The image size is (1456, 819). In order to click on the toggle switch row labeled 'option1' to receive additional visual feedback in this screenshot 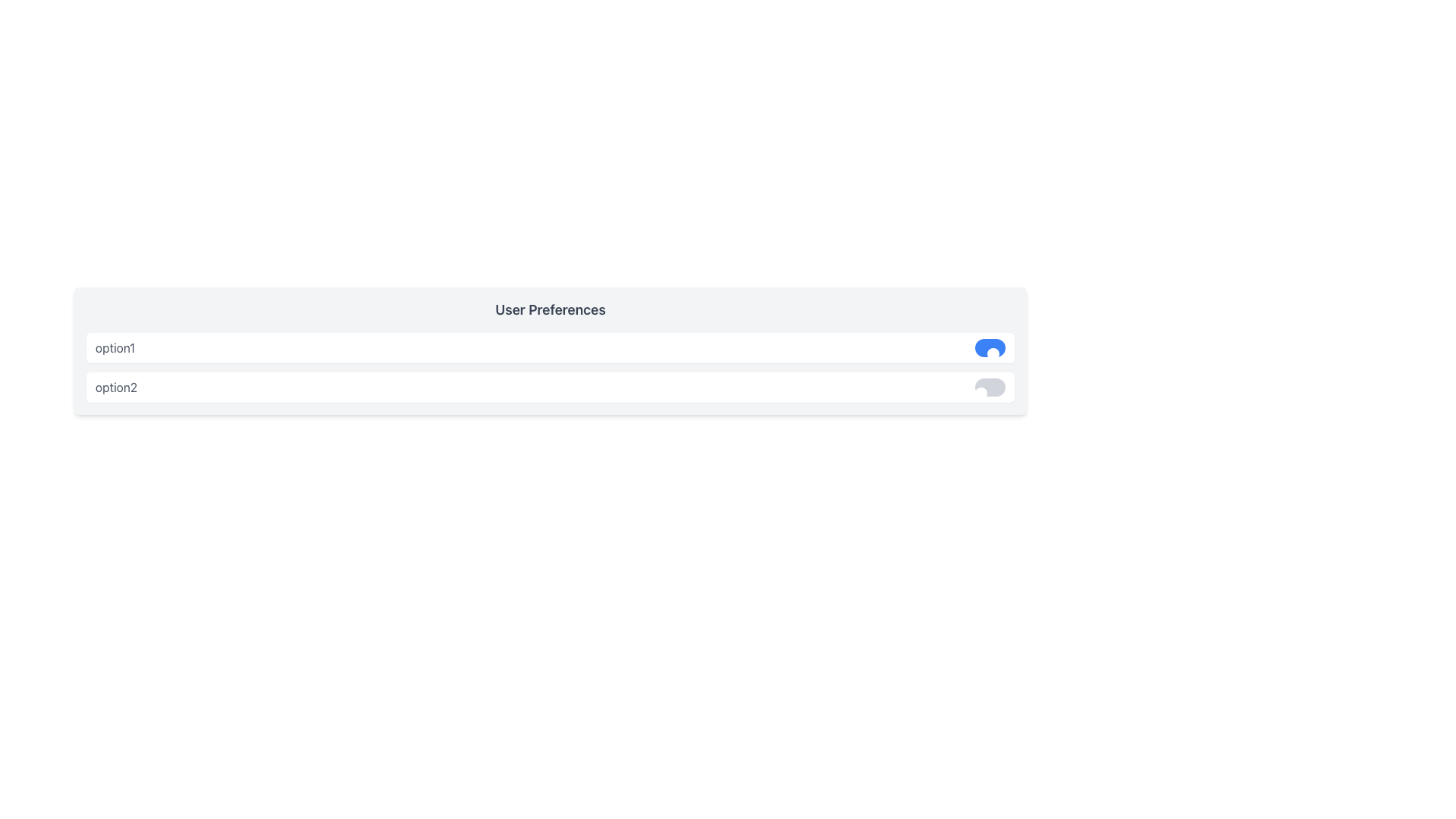, I will do `click(549, 348)`.